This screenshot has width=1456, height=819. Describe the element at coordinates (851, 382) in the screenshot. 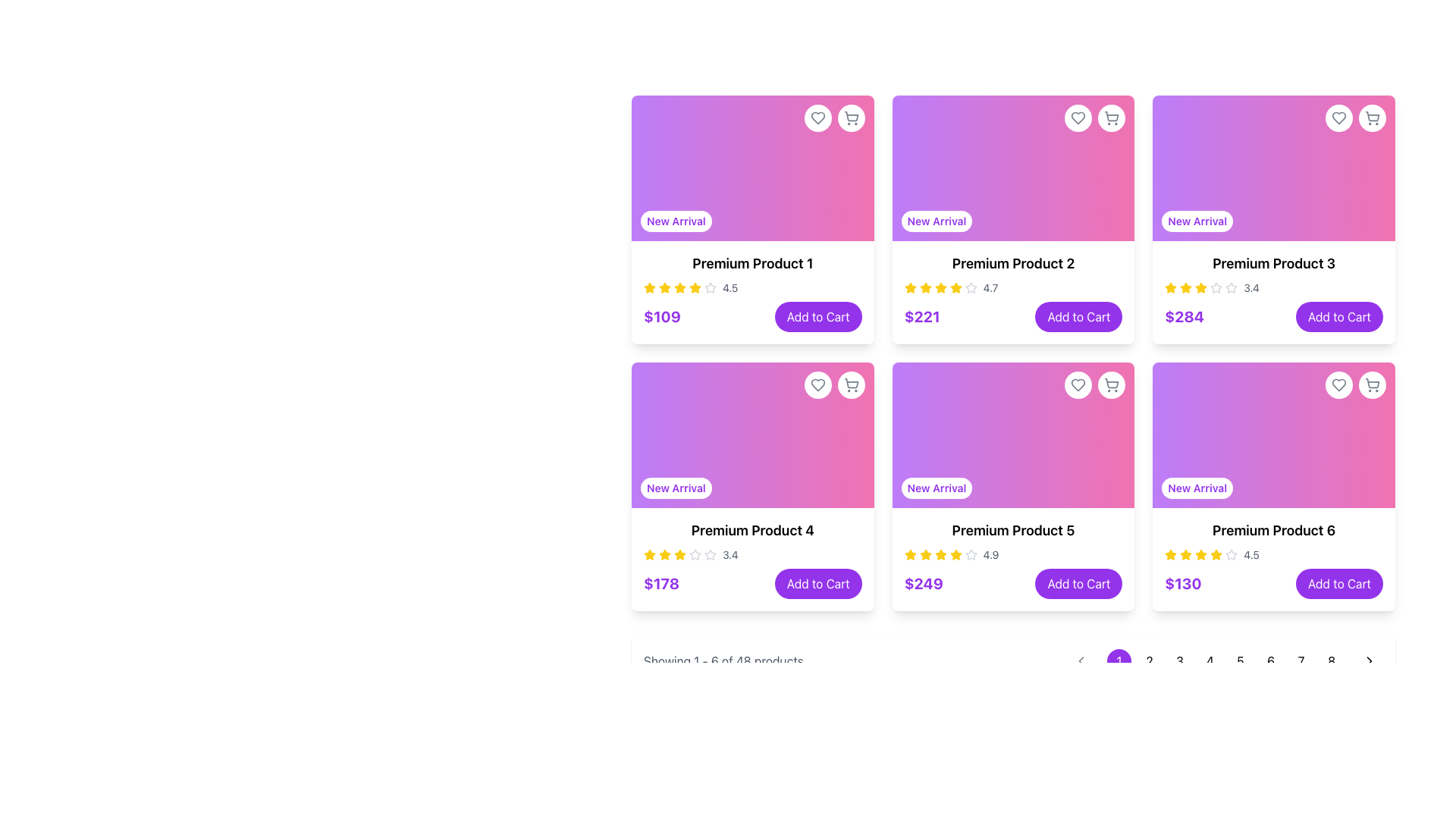

I see `the shopping cart icon, which is a minimalist line drawing located in the top-right corner of the product card, adjacent to a heart icon` at that location.